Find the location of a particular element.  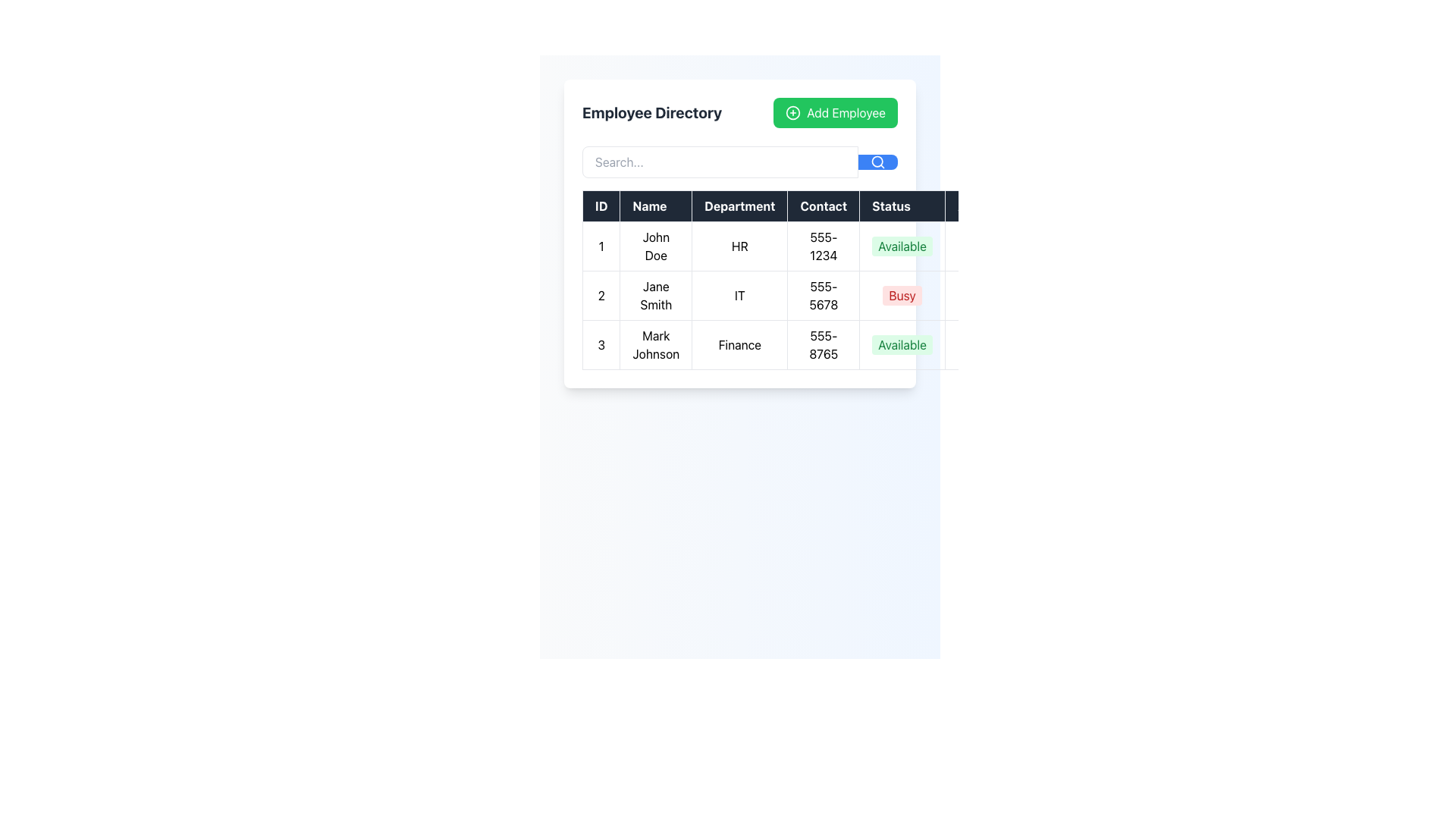

the interactive components of the table row displaying employee information for Mark Johnson, which is located in the third row of the Employee Directory section is located at coordinates (798, 345).